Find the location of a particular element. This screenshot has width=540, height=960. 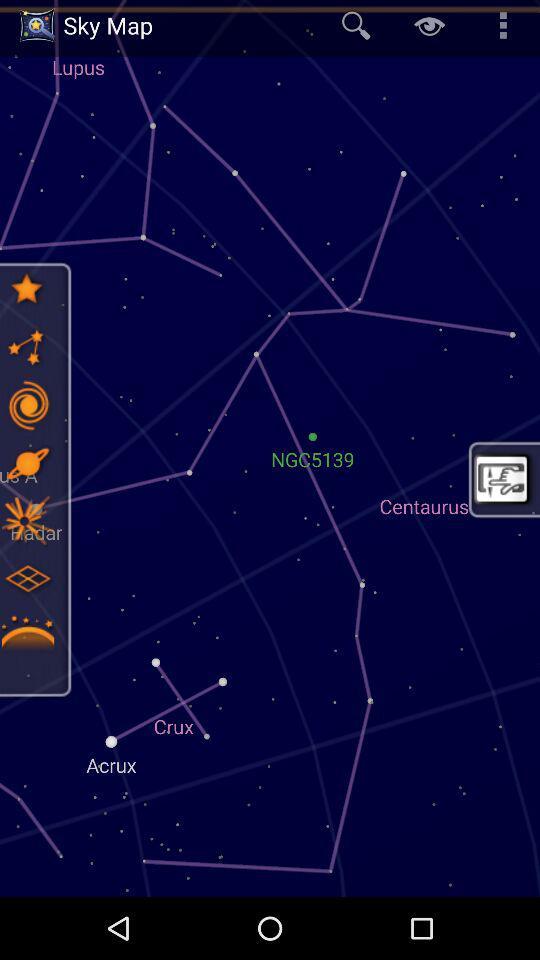

the wallpaper icon is located at coordinates (502, 479).